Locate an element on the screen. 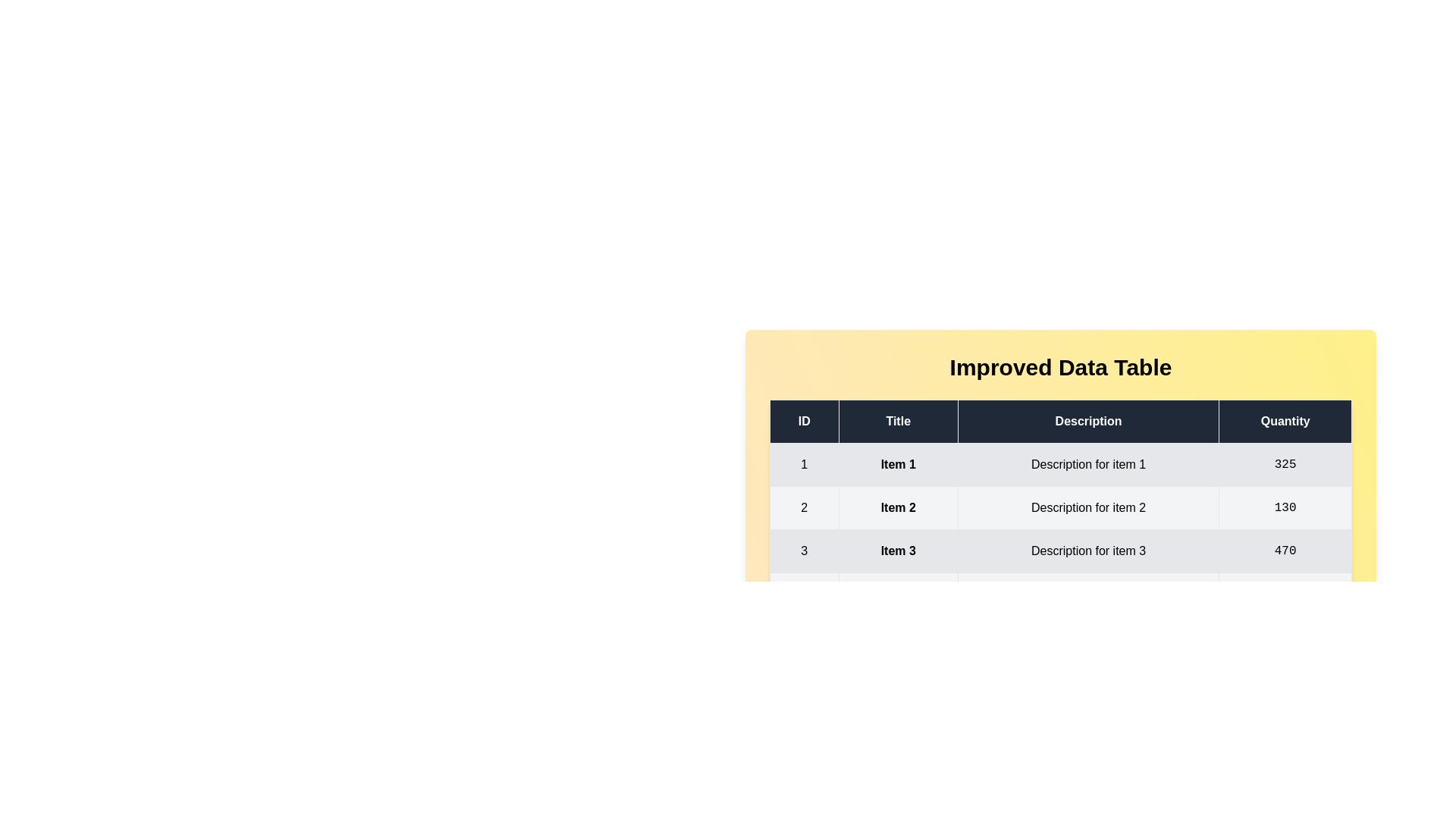  the cell with content 130 to select its content is located at coordinates (1284, 508).